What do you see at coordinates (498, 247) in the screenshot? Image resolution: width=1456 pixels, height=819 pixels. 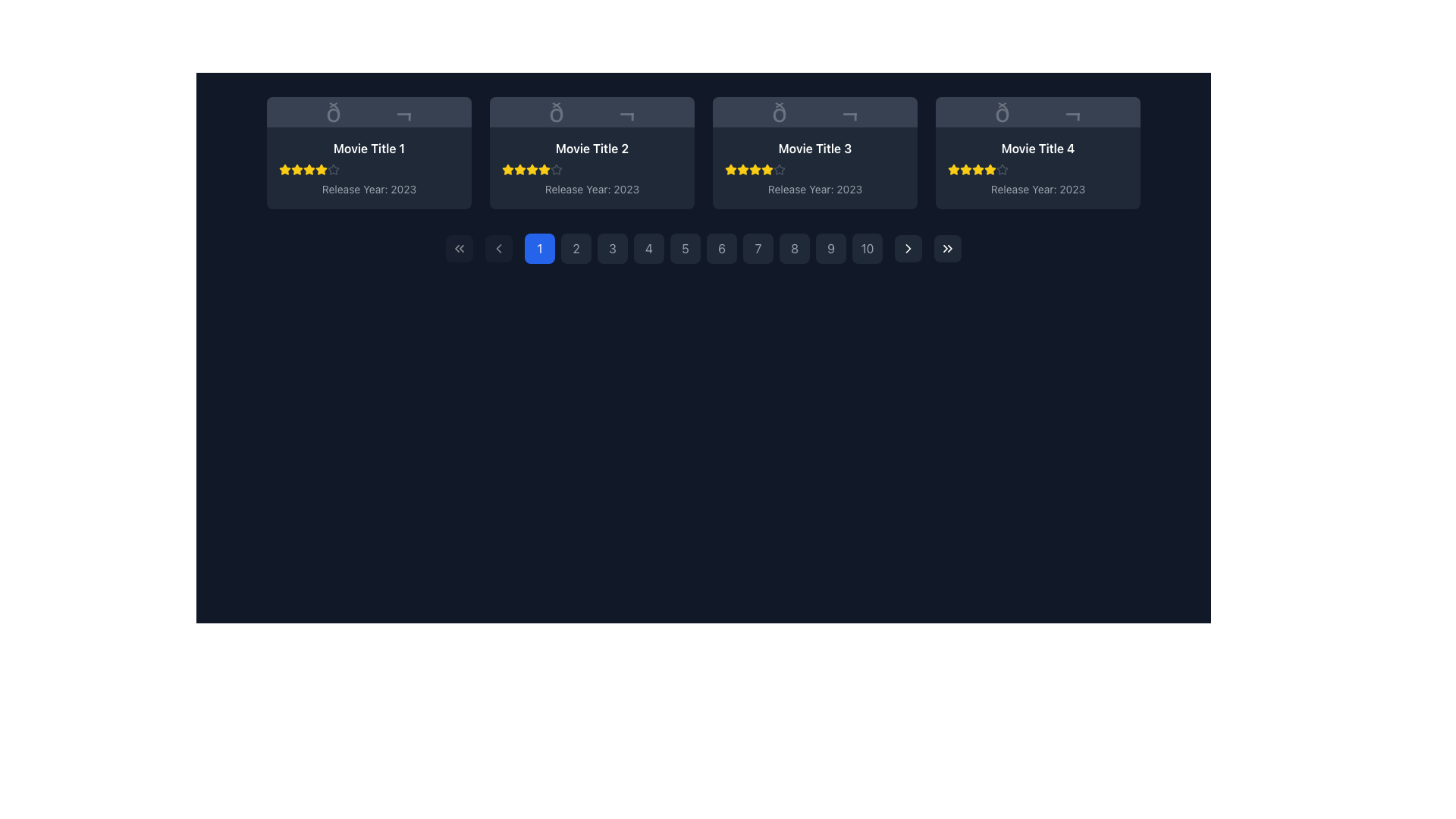 I see `the button with a rounded rectangle shape, dark gray background, and a left-pointing chevron icon` at bounding box center [498, 247].